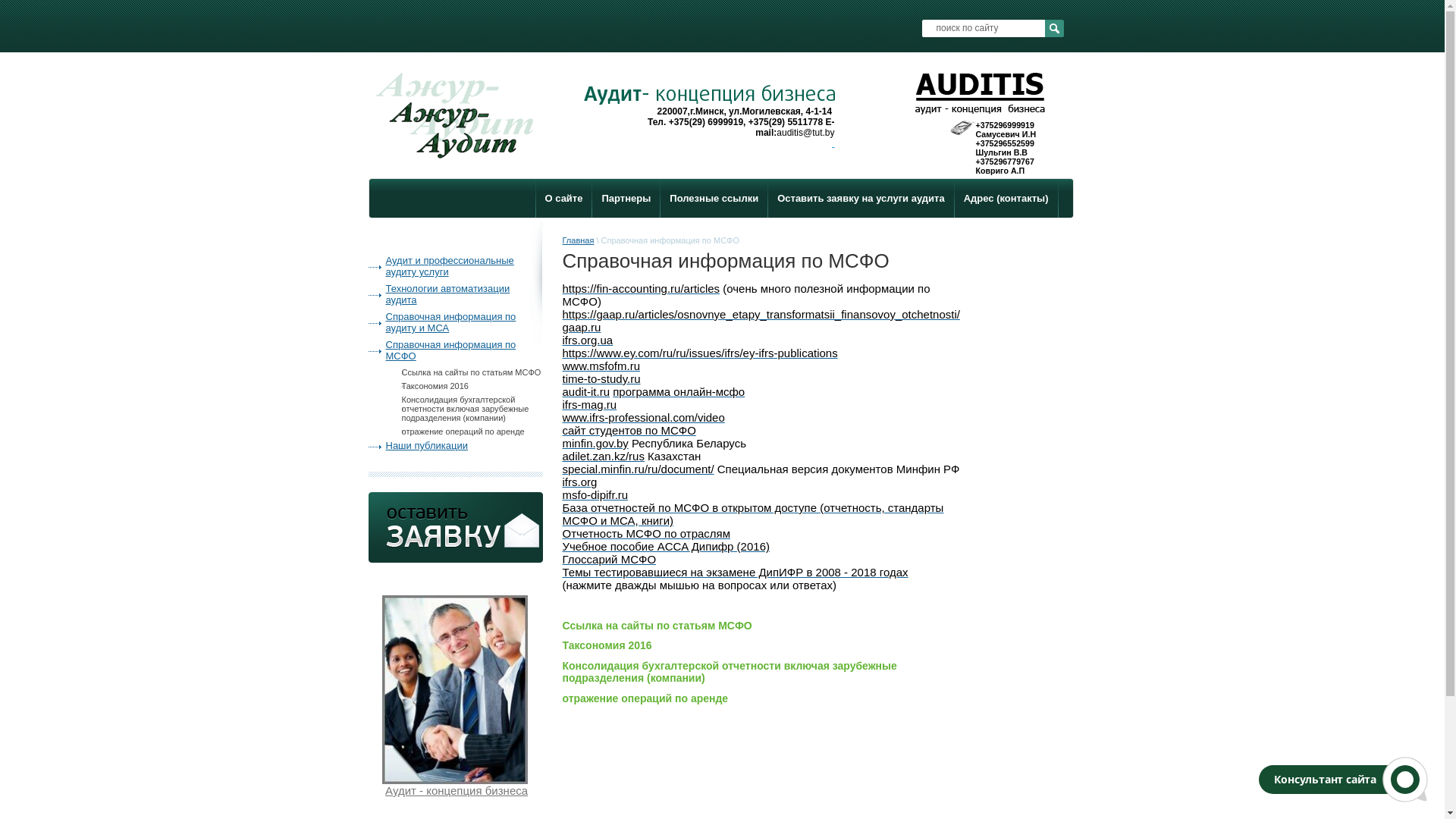 The width and height of the screenshot is (1456, 819). What do you see at coordinates (562, 494) in the screenshot?
I see `'msfo-dipifr.ru'` at bounding box center [562, 494].